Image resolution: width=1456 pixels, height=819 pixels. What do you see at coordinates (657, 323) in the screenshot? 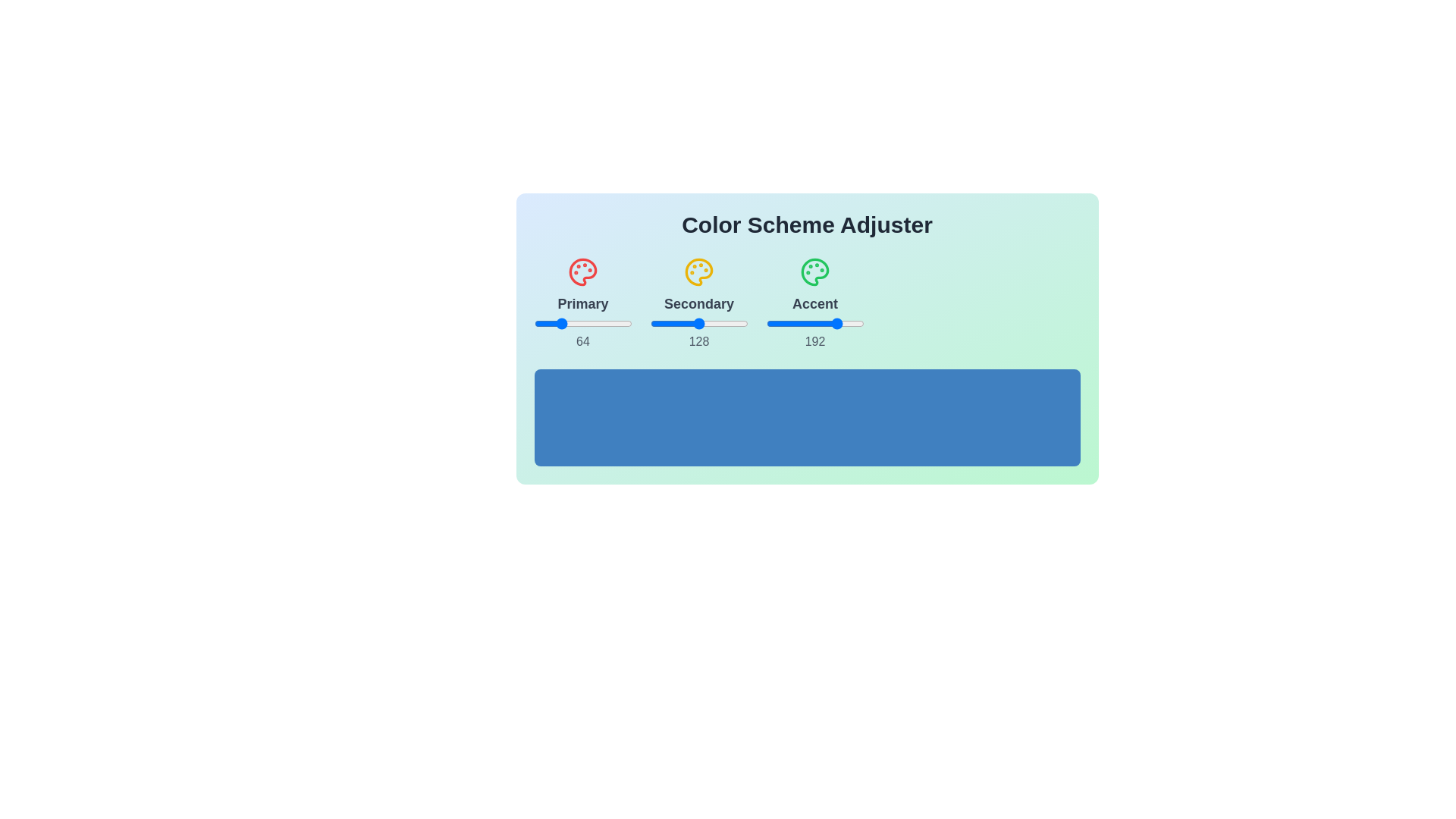
I see `the secondary slider to set its value to 20` at bounding box center [657, 323].